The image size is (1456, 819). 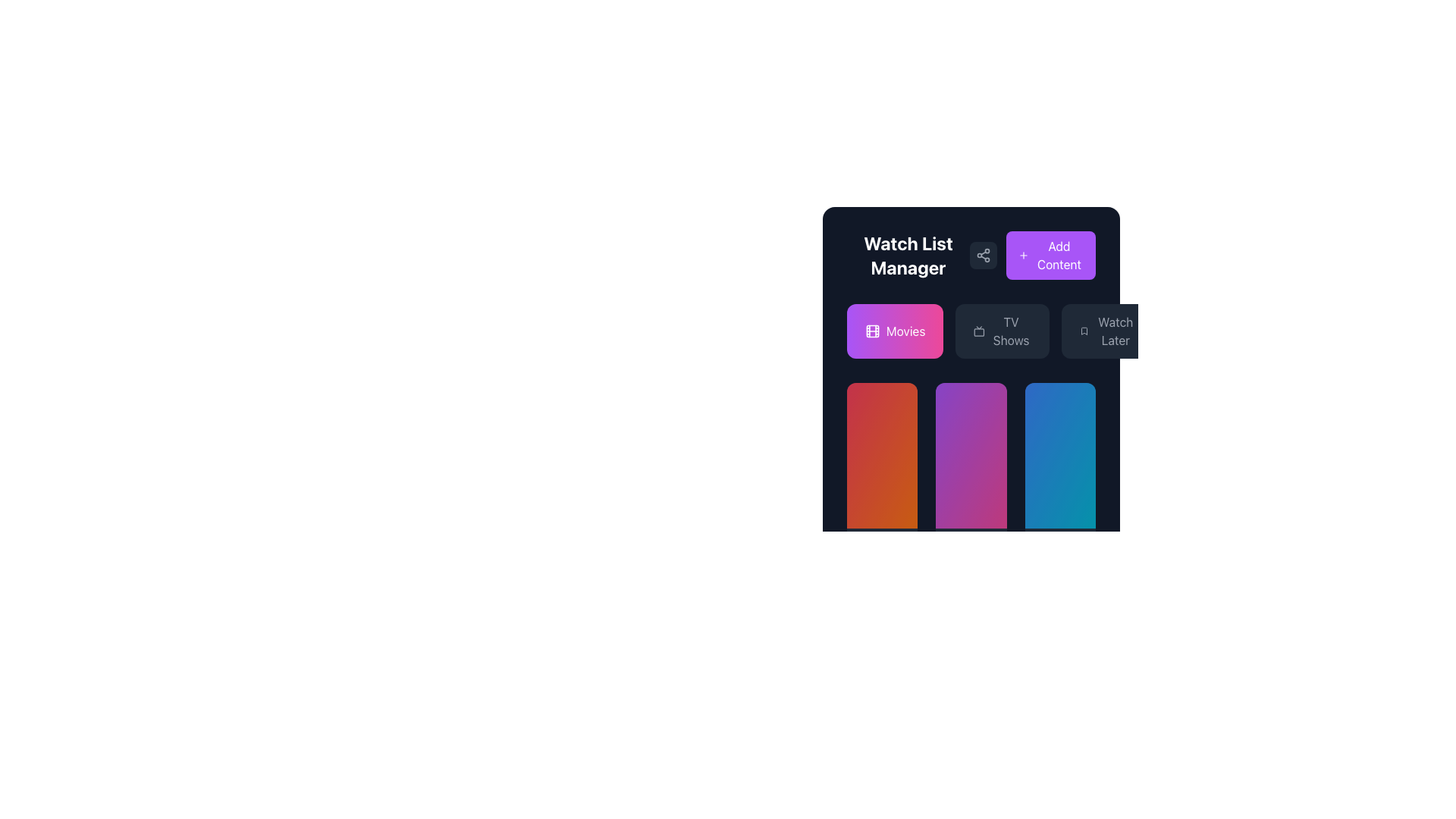 I want to click on the first informational card with a gradient background transitioning from rose red to orange, located in the top-left position of a group of three similar cards, so click(x=882, y=455).